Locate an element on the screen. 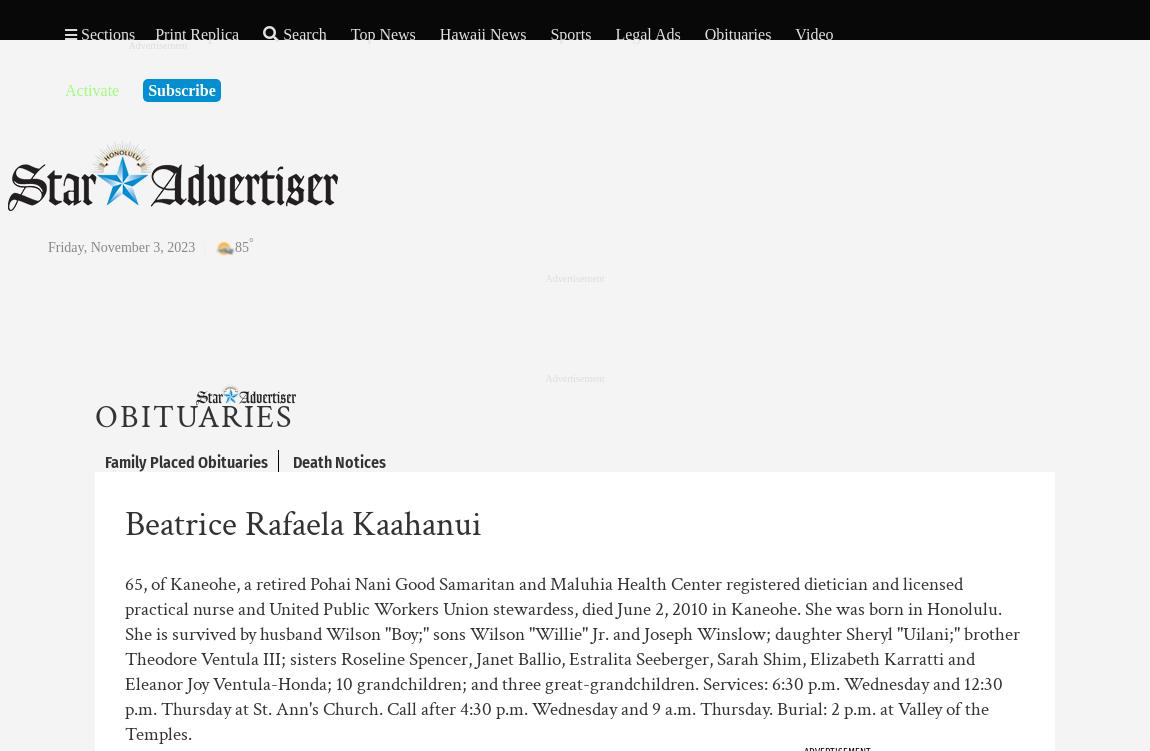 This screenshot has height=751, width=1150. 'Obituaries' is located at coordinates (736, 34).